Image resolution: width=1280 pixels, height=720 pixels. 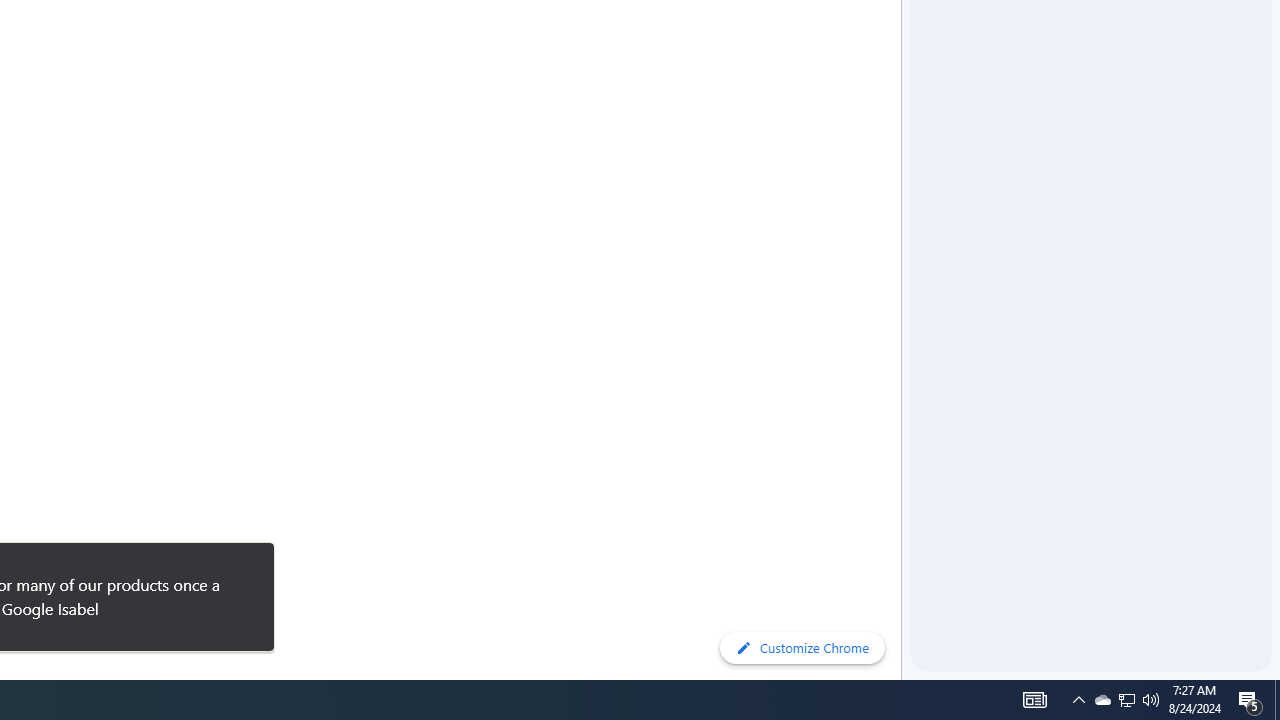 What do you see at coordinates (904, 39) in the screenshot?
I see `'Side Panel Resize Handle'` at bounding box center [904, 39].